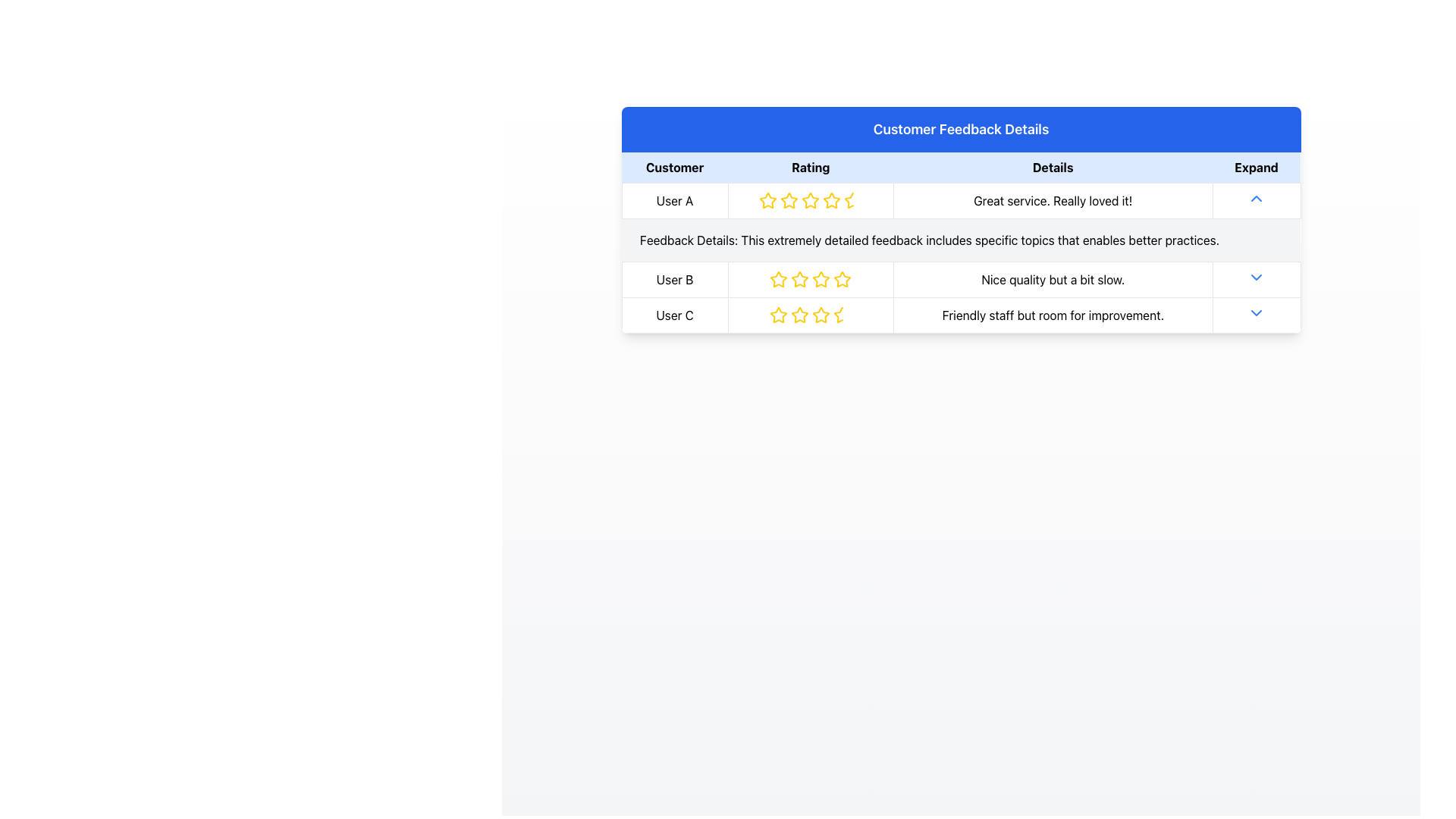  What do you see at coordinates (789, 199) in the screenshot?
I see `the second star icon with a yellow border in the 'Rating' column of the first row in the 'Customer Feedback Details' table` at bounding box center [789, 199].